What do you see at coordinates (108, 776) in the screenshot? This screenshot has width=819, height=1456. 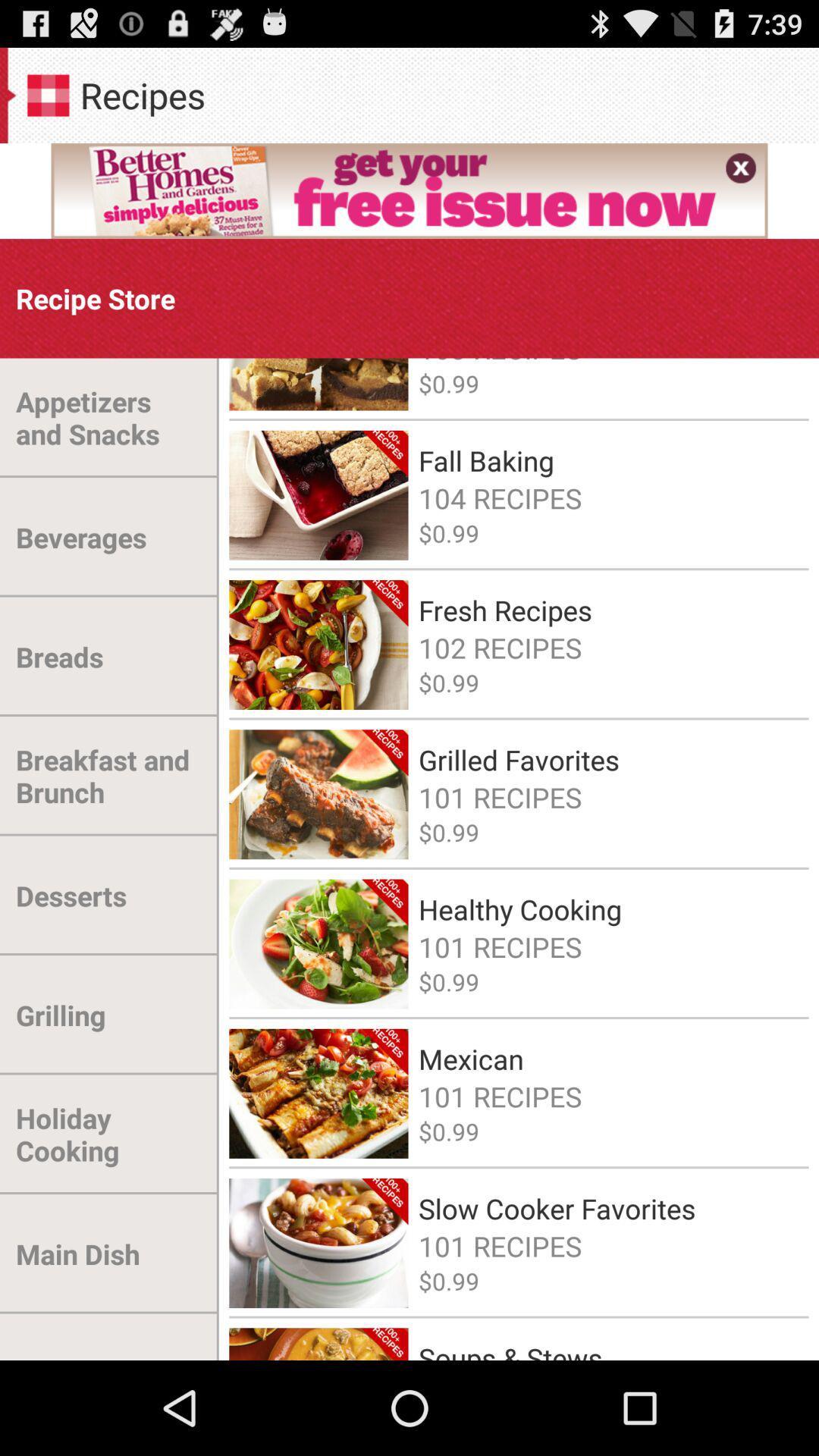 I see `breakfast and brunch item` at bounding box center [108, 776].